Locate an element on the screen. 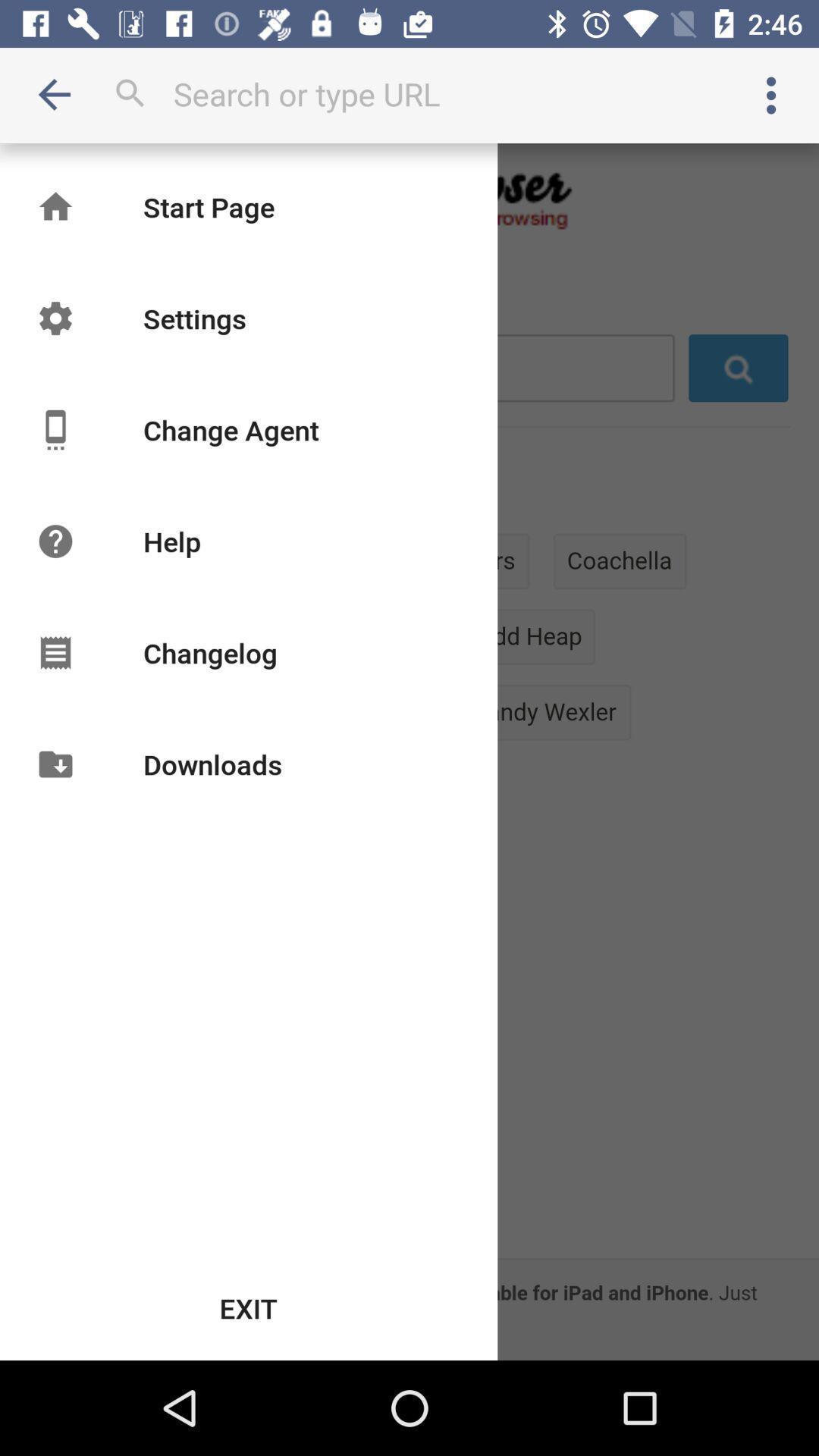 The height and width of the screenshot is (1456, 819). icon below help icon is located at coordinates (210, 652).